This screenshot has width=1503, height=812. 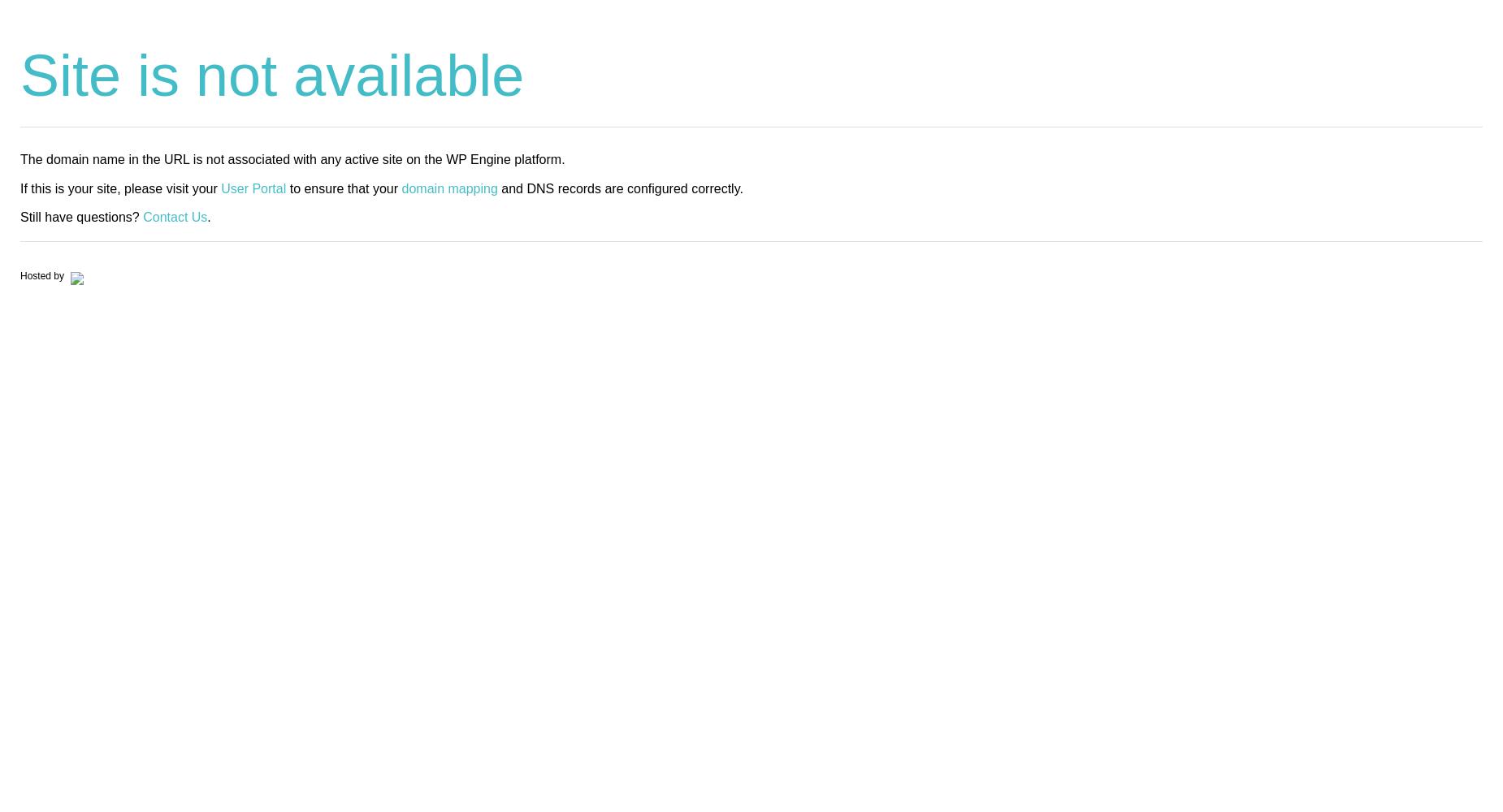 I want to click on 'User Portal', so click(x=252, y=187).